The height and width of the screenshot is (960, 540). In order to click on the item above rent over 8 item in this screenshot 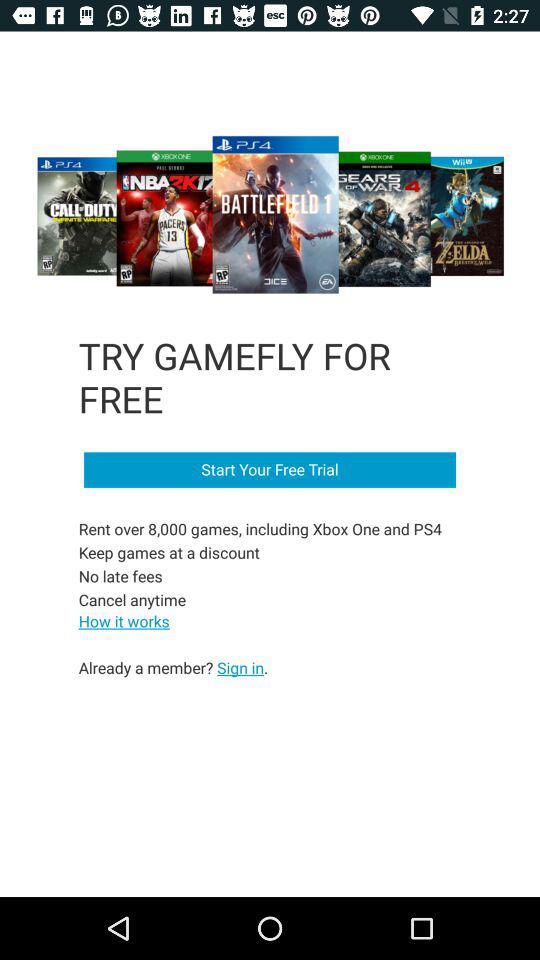, I will do `click(270, 470)`.